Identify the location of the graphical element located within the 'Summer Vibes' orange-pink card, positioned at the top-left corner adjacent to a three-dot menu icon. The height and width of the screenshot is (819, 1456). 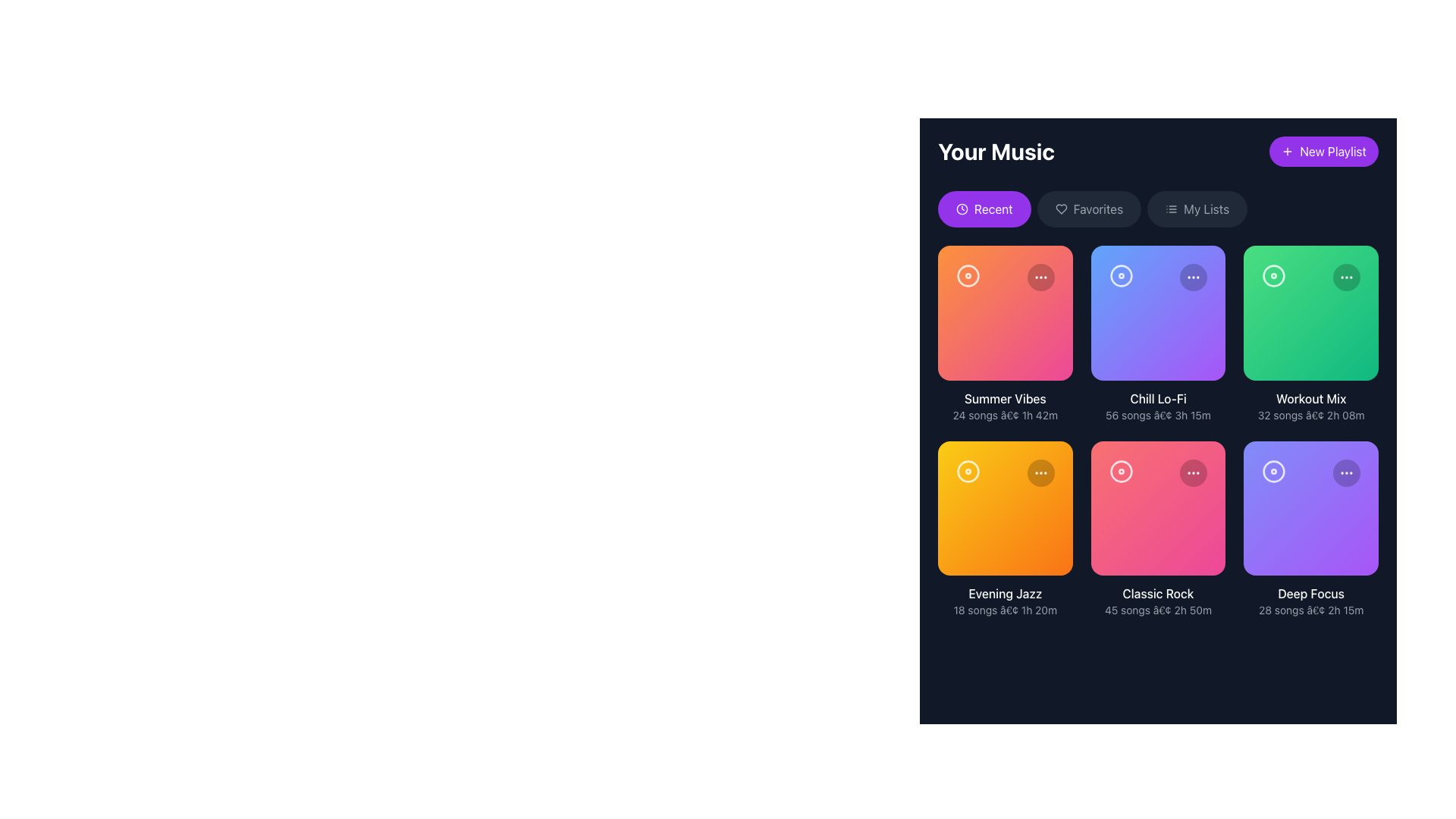
(967, 275).